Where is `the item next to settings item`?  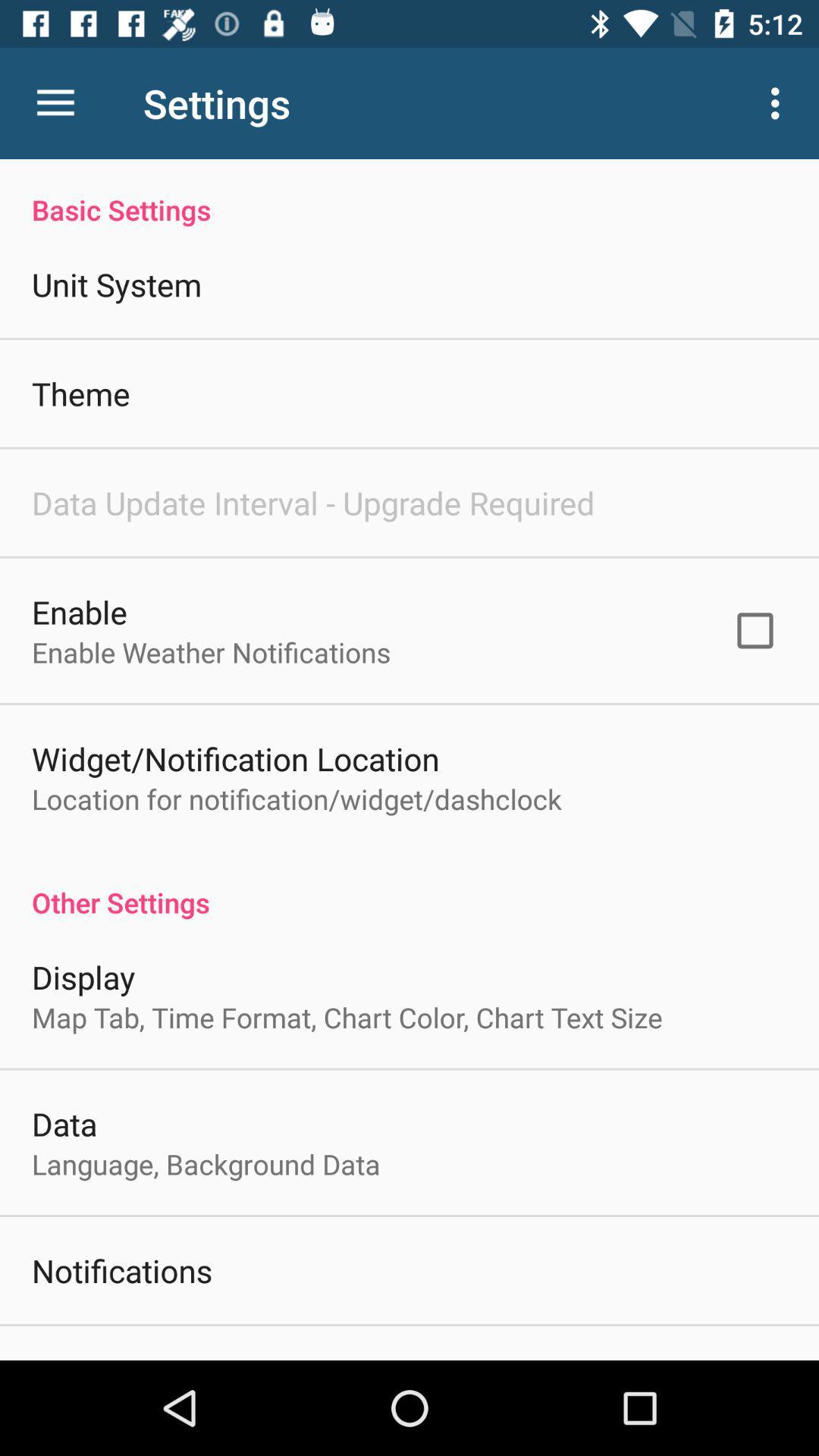 the item next to settings item is located at coordinates (55, 102).